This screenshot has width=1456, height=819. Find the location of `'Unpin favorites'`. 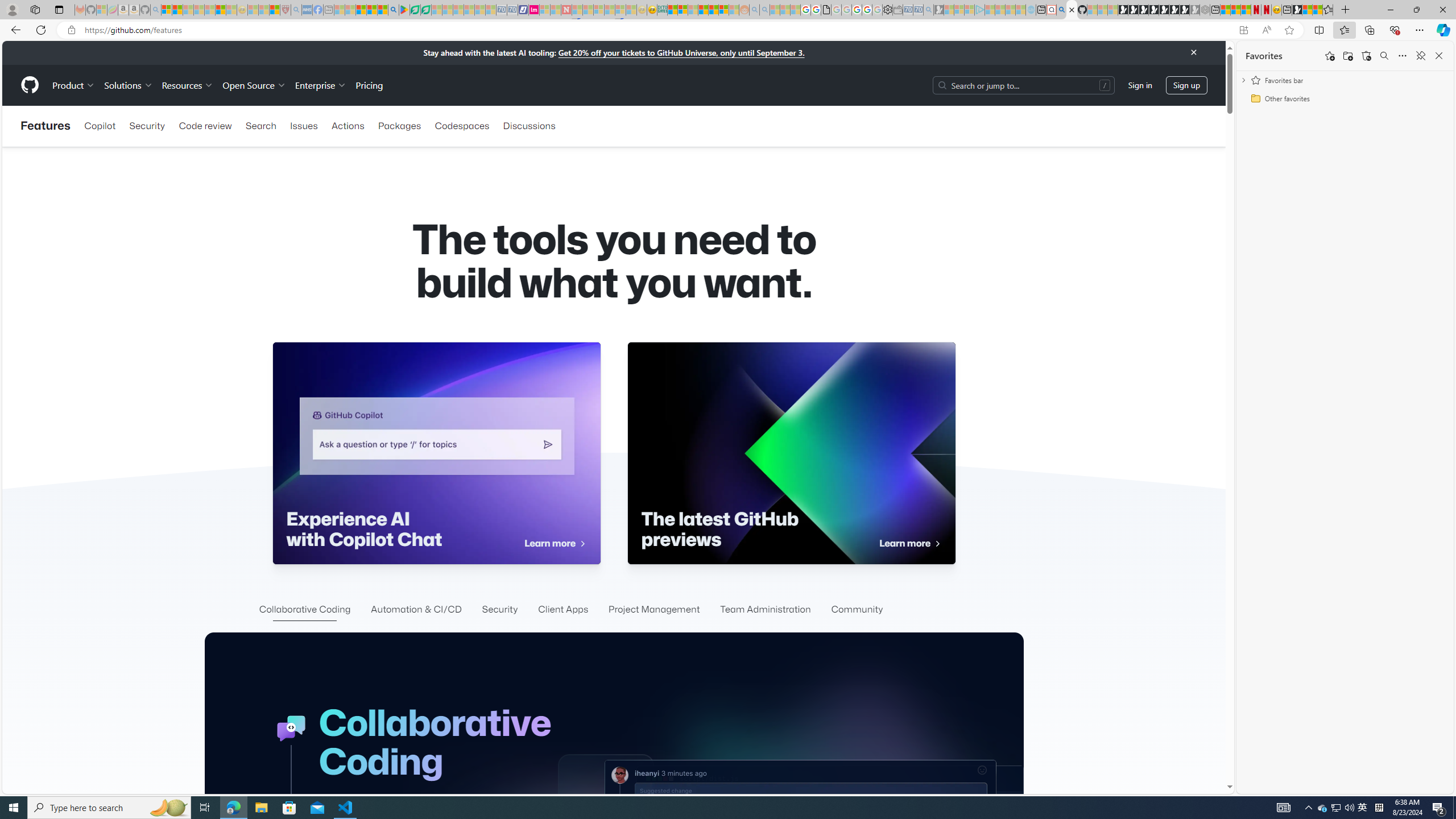

'Unpin favorites' is located at coordinates (1420, 55).